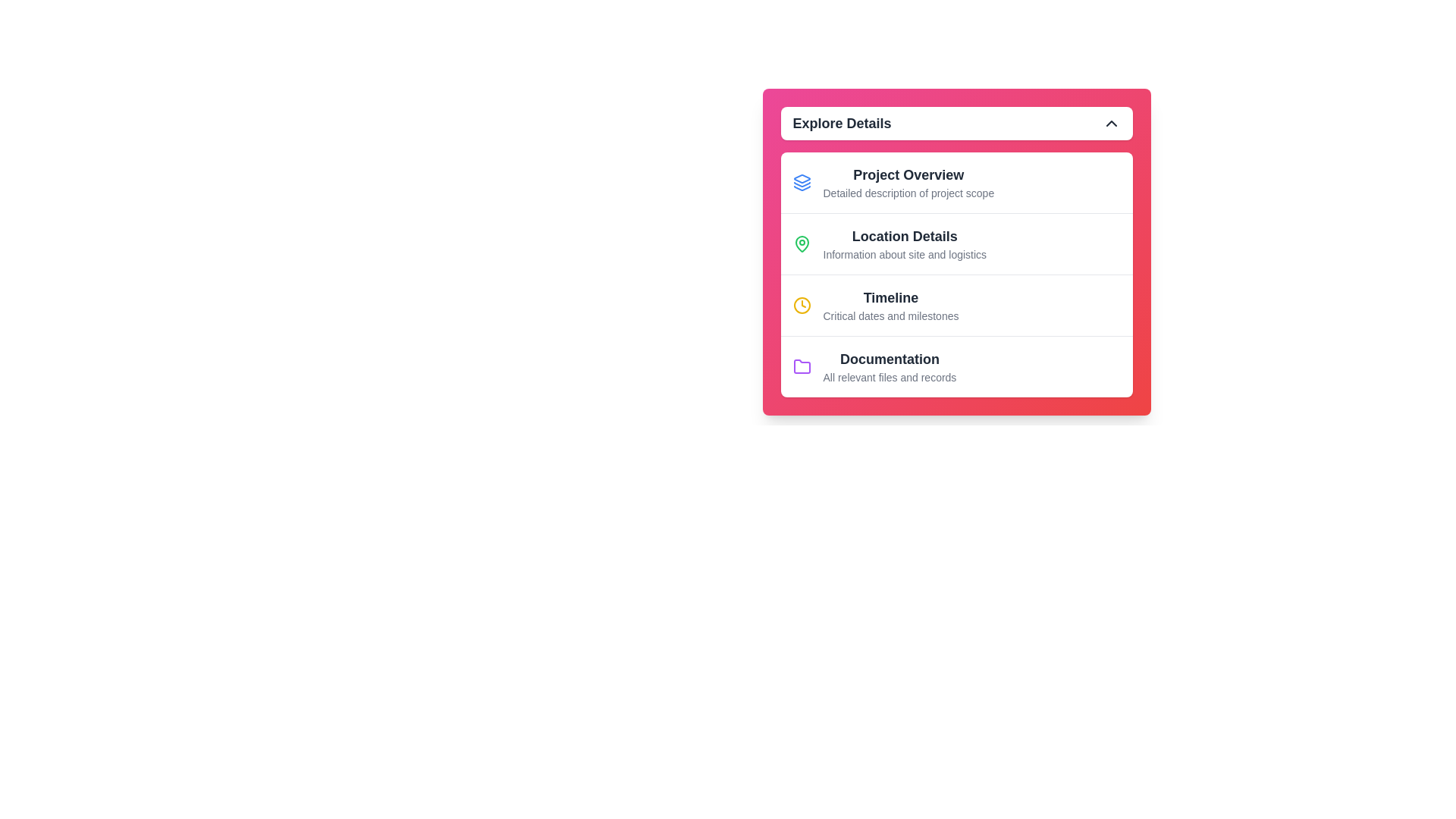 The width and height of the screenshot is (1456, 819). Describe the element at coordinates (905, 243) in the screenshot. I see `the second item in the 'Explore Details' section, which is a Text label with supporting description` at that location.